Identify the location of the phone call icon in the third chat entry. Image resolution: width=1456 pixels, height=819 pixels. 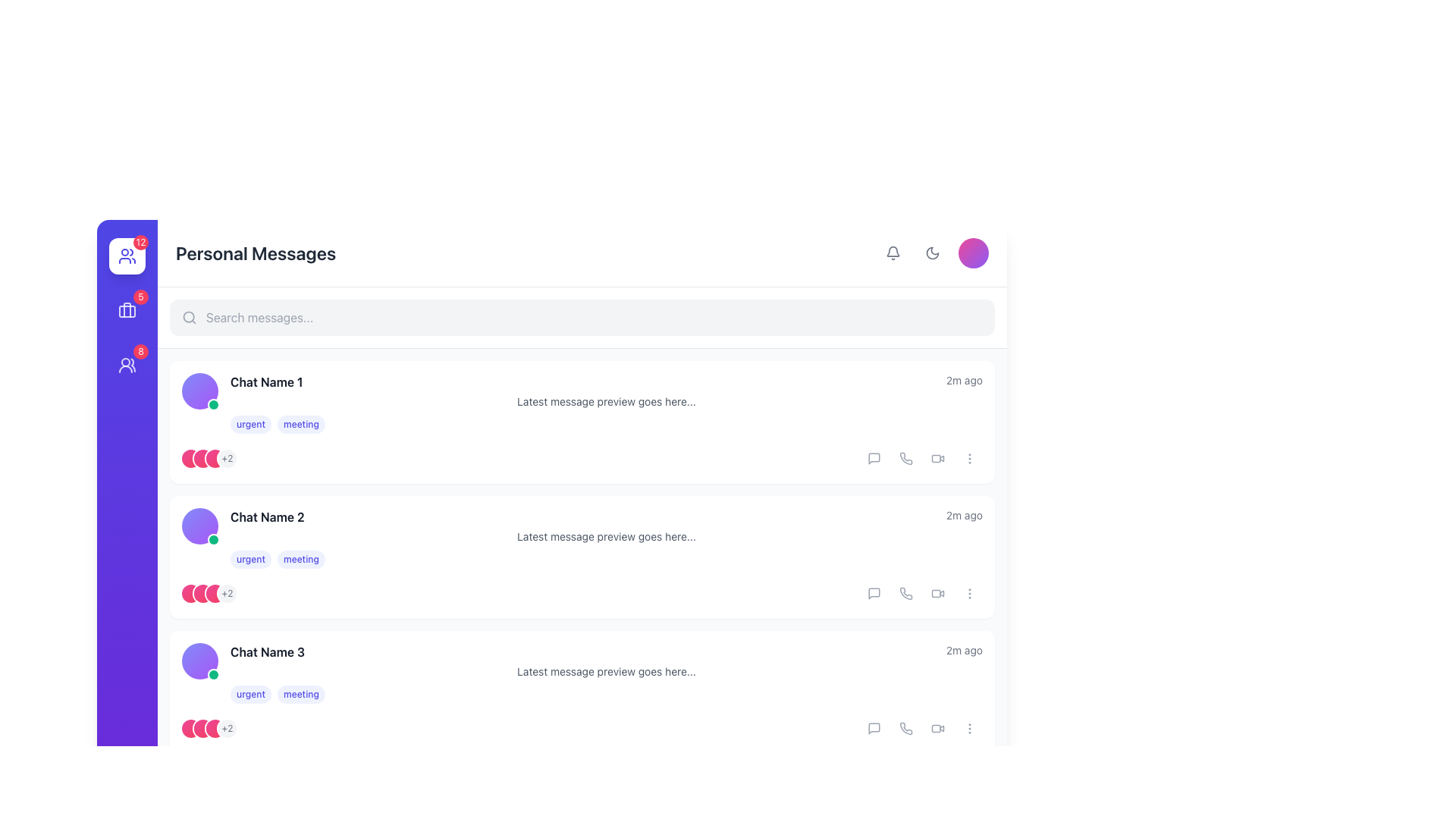
(906, 593).